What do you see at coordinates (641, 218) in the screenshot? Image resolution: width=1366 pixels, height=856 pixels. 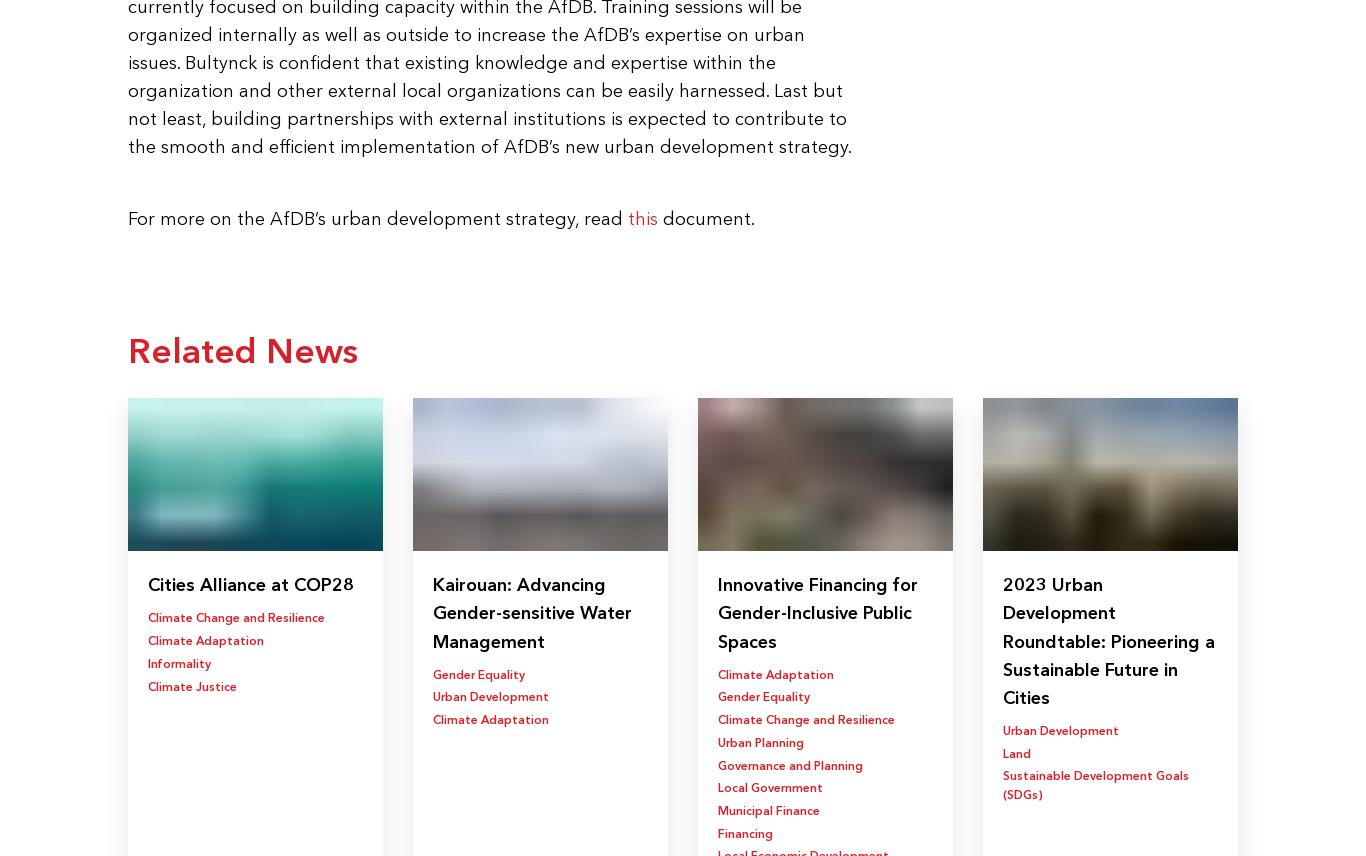 I see `'this'` at bounding box center [641, 218].